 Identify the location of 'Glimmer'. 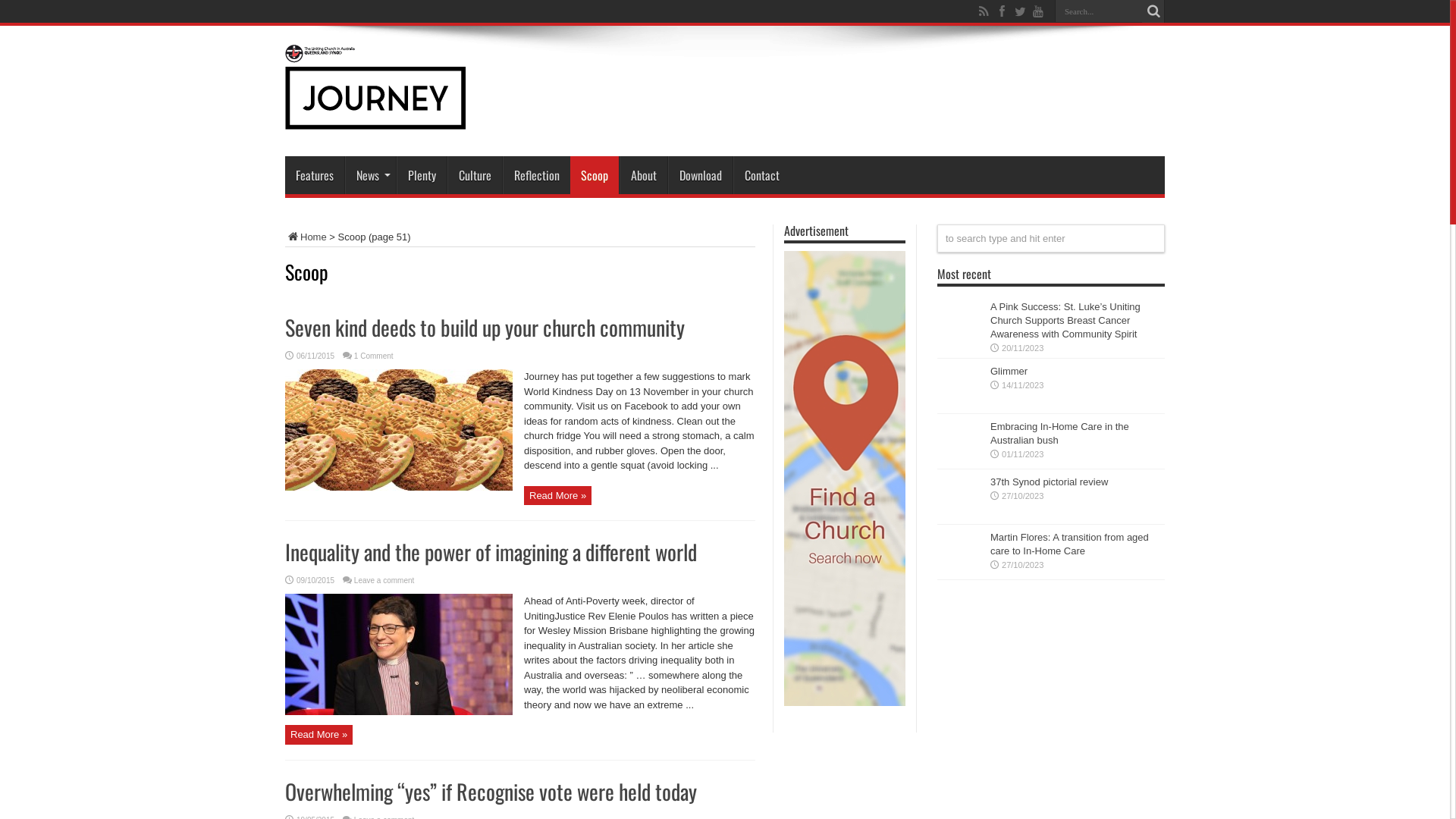
(1009, 371).